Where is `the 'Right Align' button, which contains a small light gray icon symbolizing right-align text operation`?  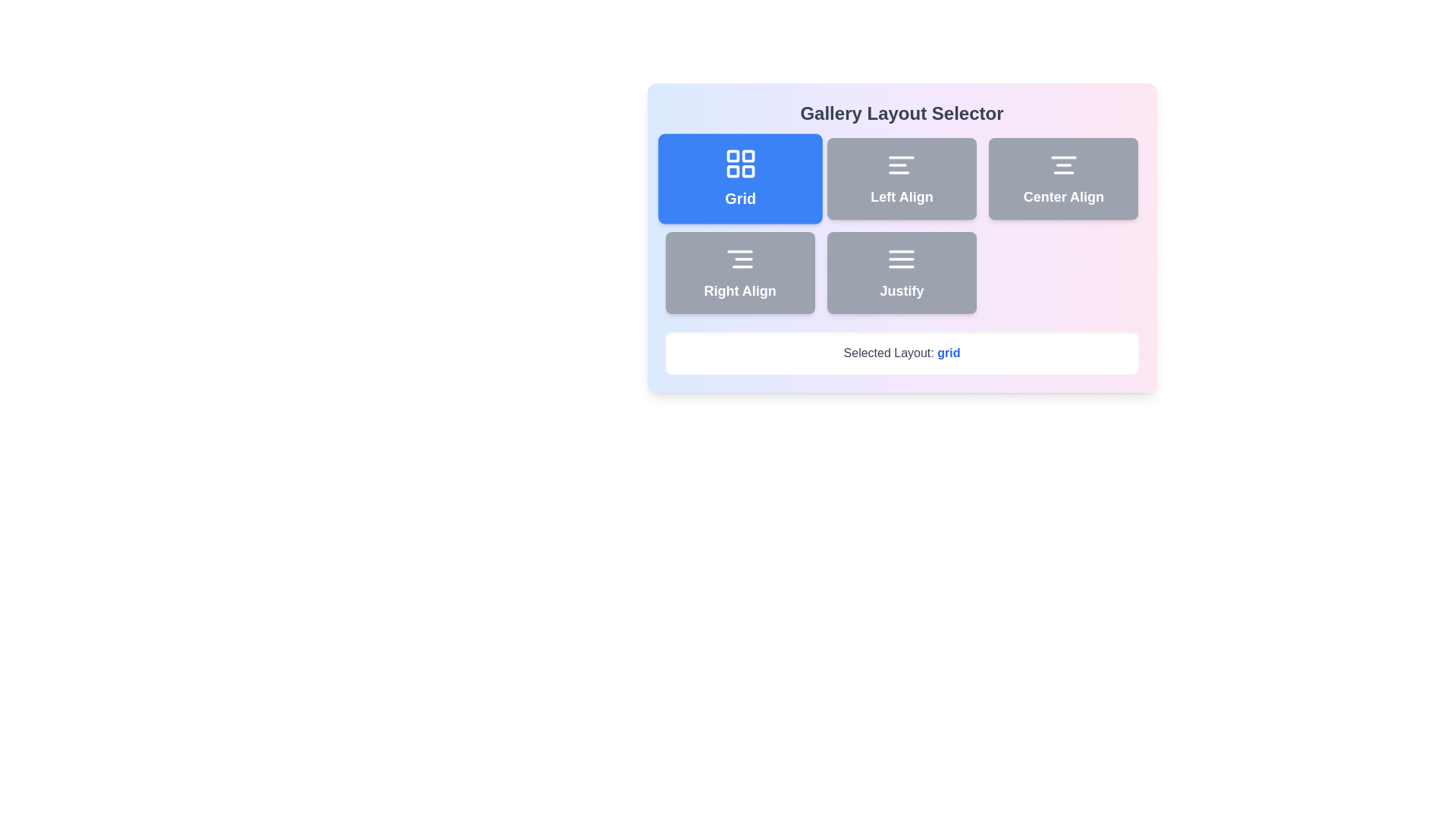 the 'Right Align' button, which contains a small light gray icon symbolizing right-align text operation is located at coordinates (740, 259).